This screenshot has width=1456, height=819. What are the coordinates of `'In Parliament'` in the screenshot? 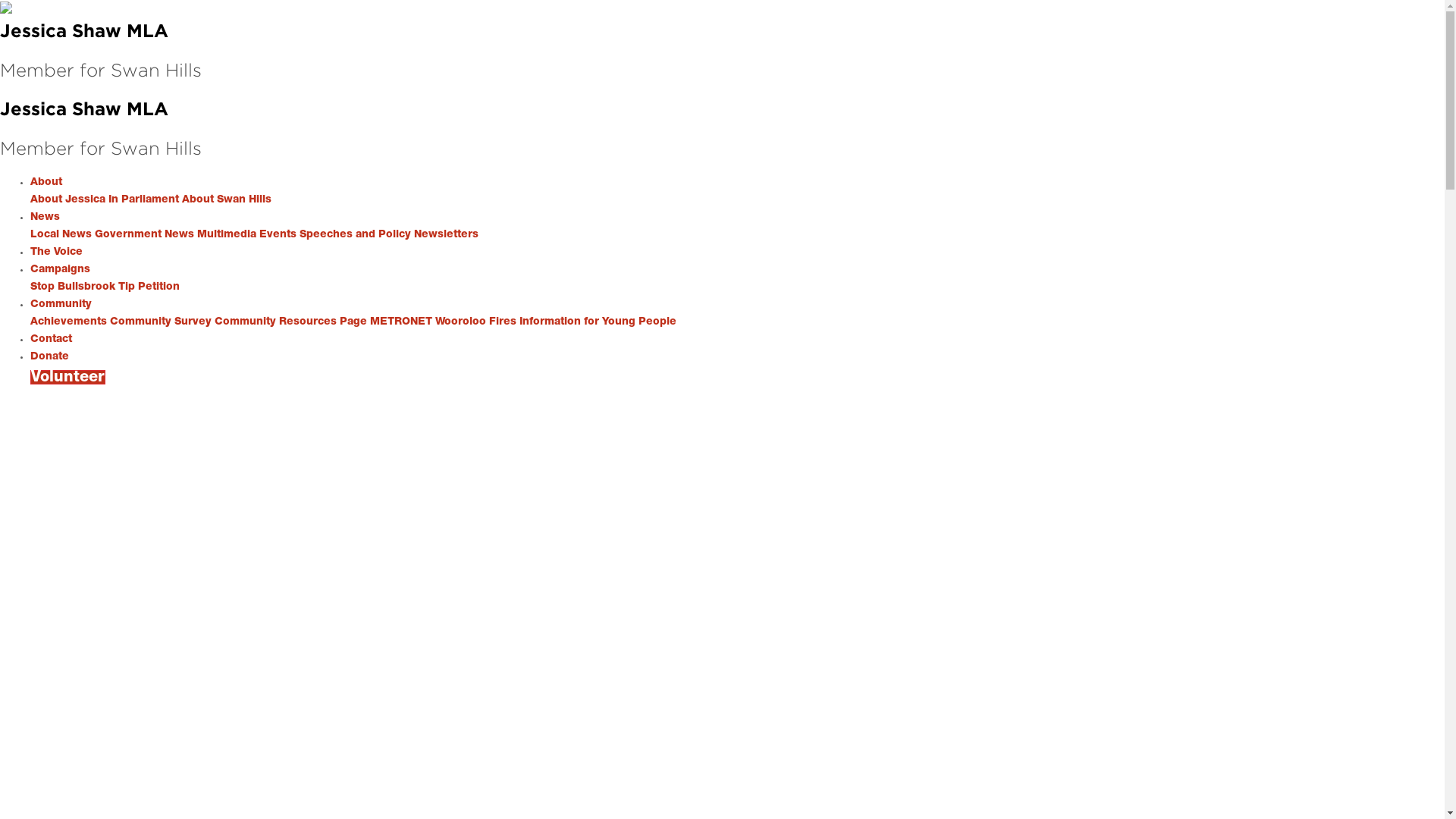 It's located at (143, 198).